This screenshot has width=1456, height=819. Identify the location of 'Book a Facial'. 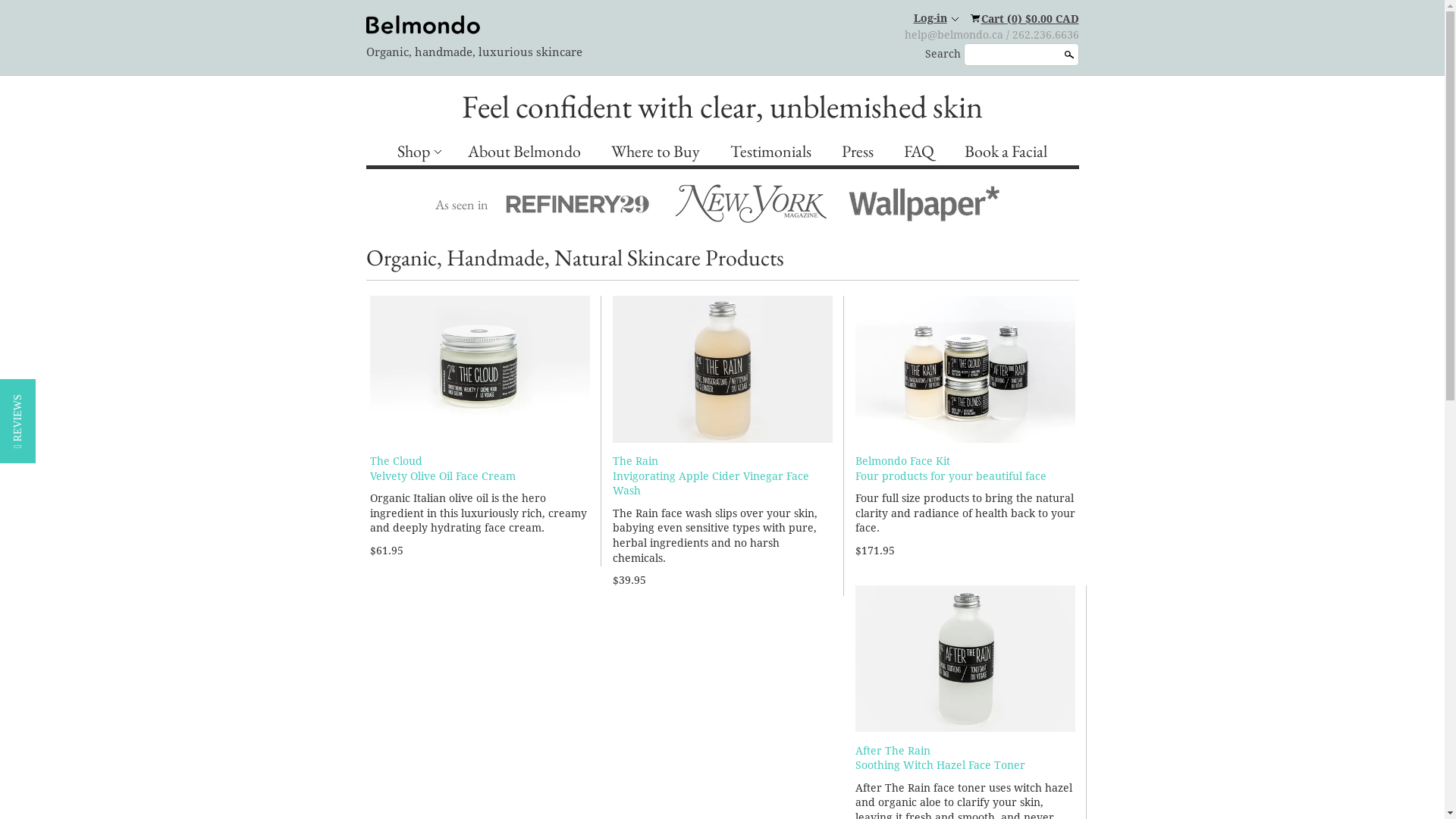
(1006, 152).